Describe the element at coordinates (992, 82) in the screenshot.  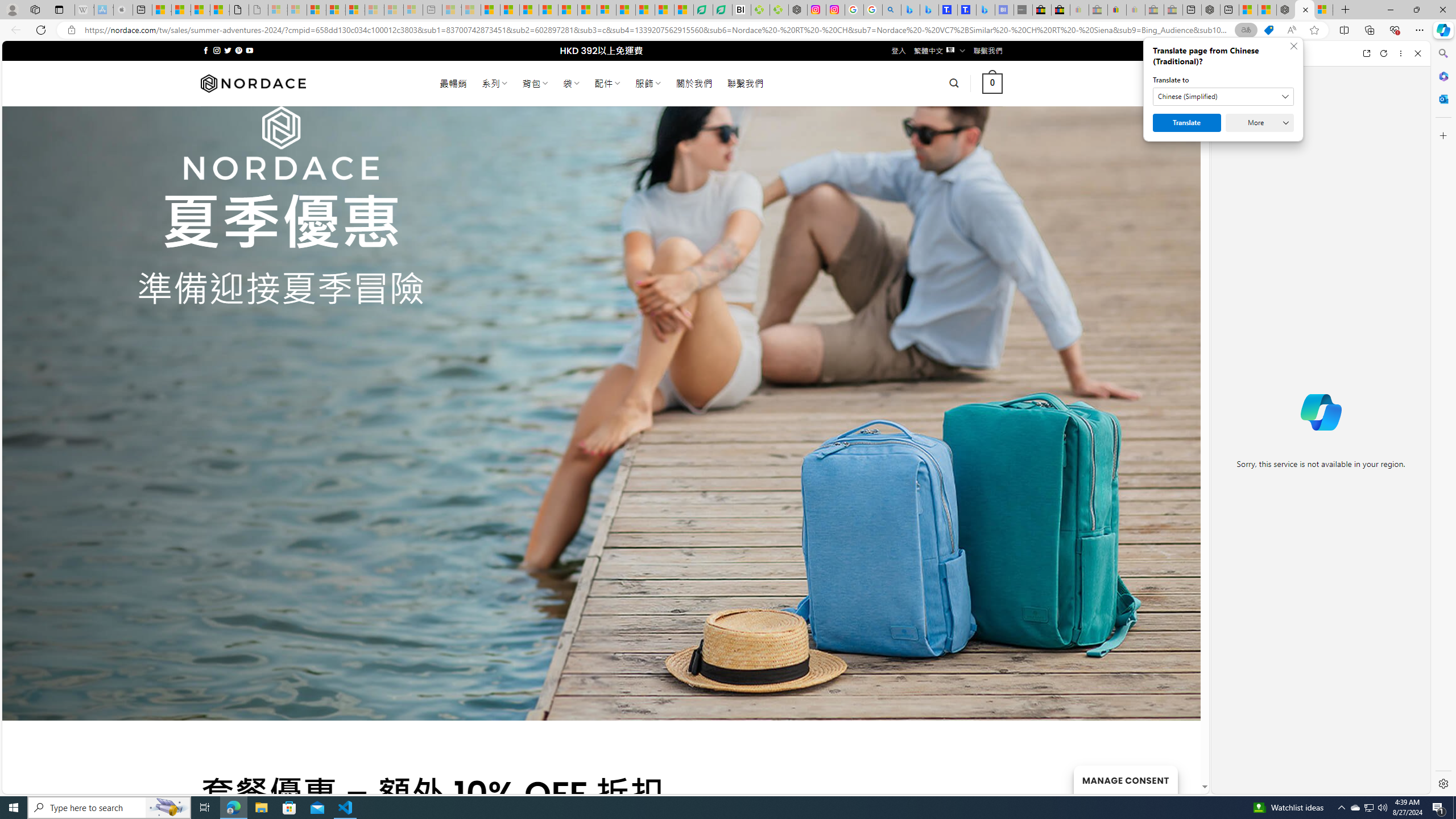
I see `' 0 '` at that location.